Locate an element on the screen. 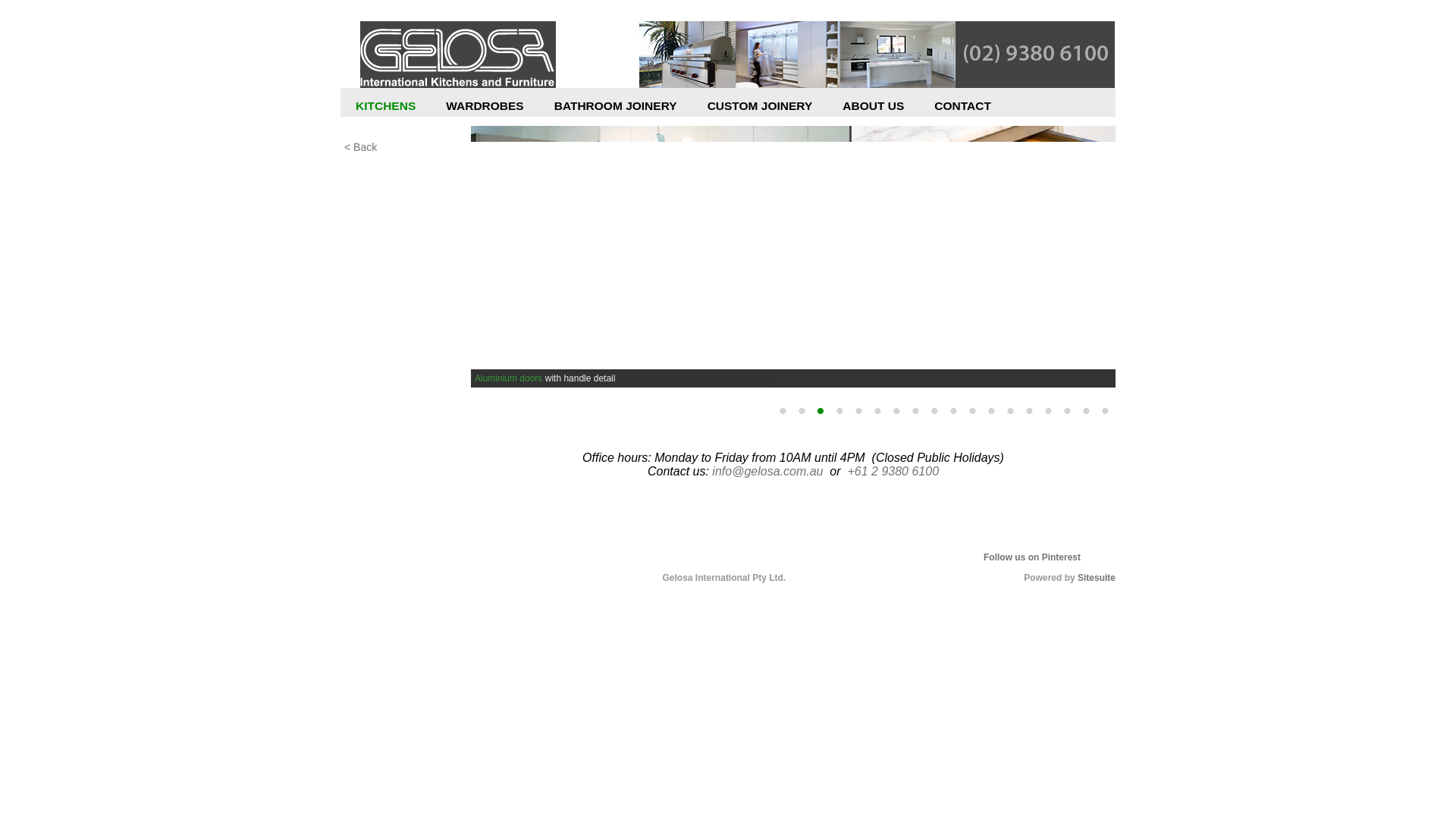 The image size is (1456, 819). '16' is located at coordinates (1065, 411).